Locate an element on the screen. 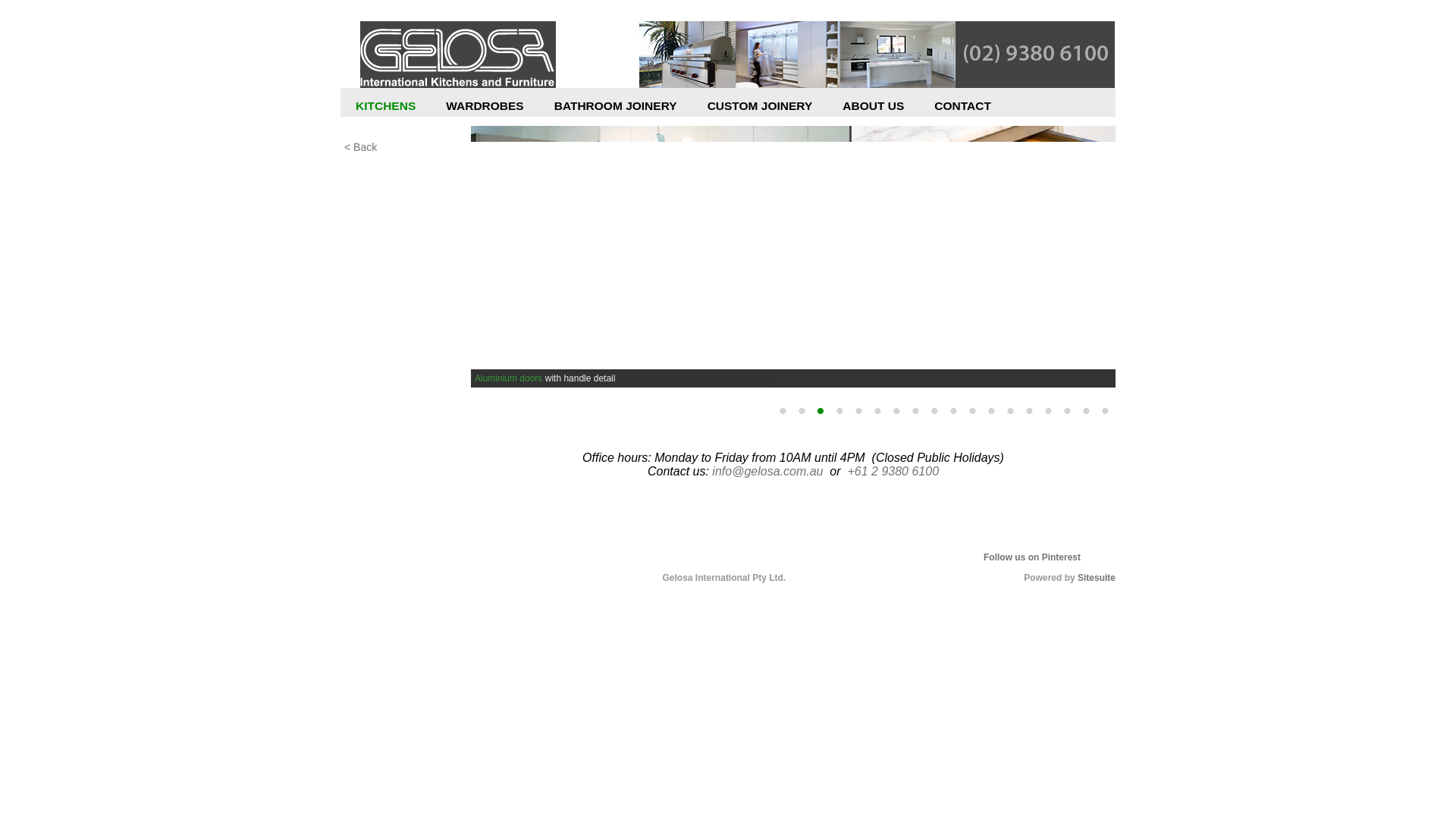 The image size is (1456, 819). '16' is located at coordinates (1065, 411).